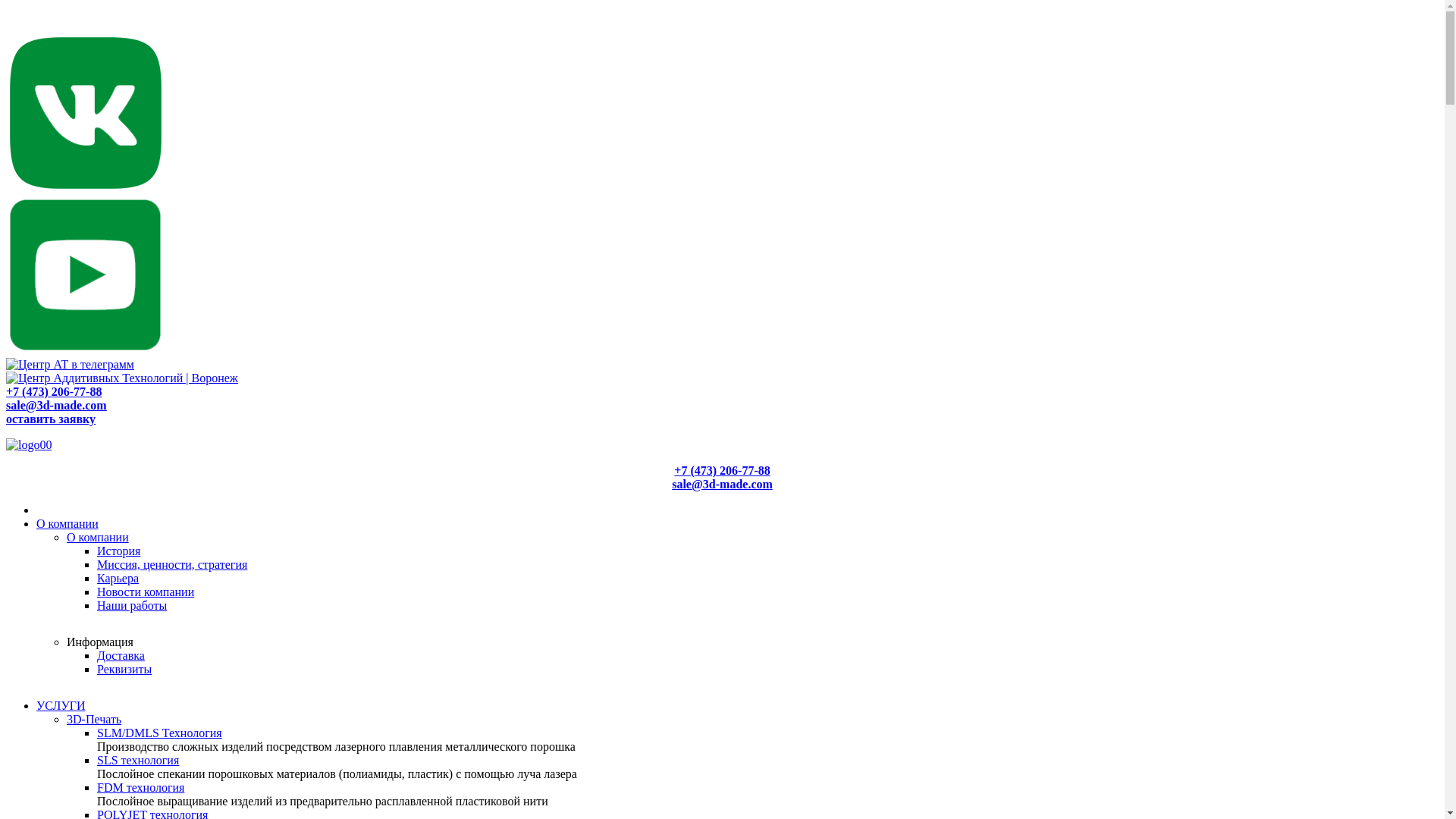 This screenshot has width=1456, height=819. I want to click on 'sale@3d-made.com', so click(721, 484).